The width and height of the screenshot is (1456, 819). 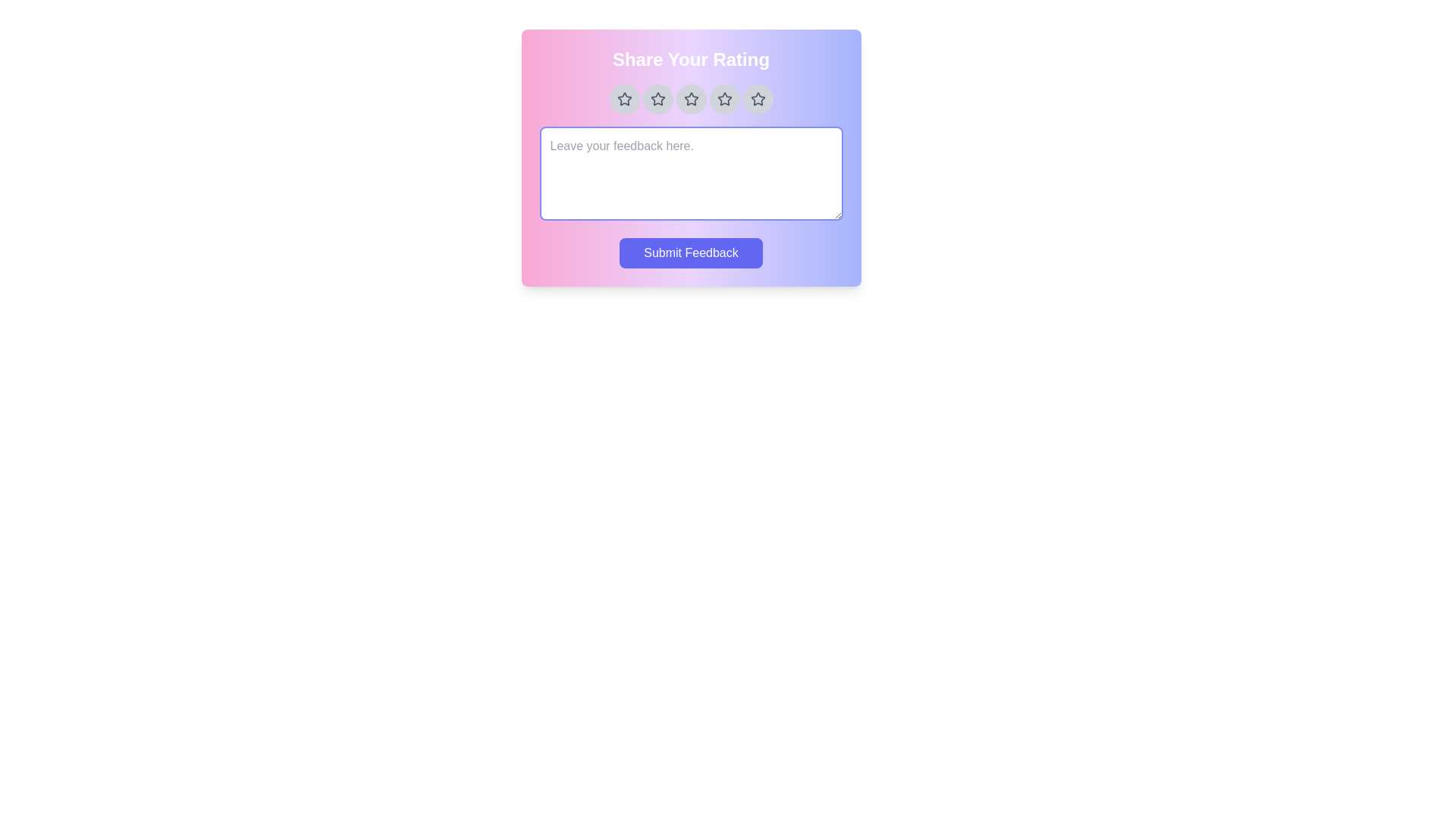 I want to click on the star corresponding to the desired rating 3, so click(x=690, y=99).